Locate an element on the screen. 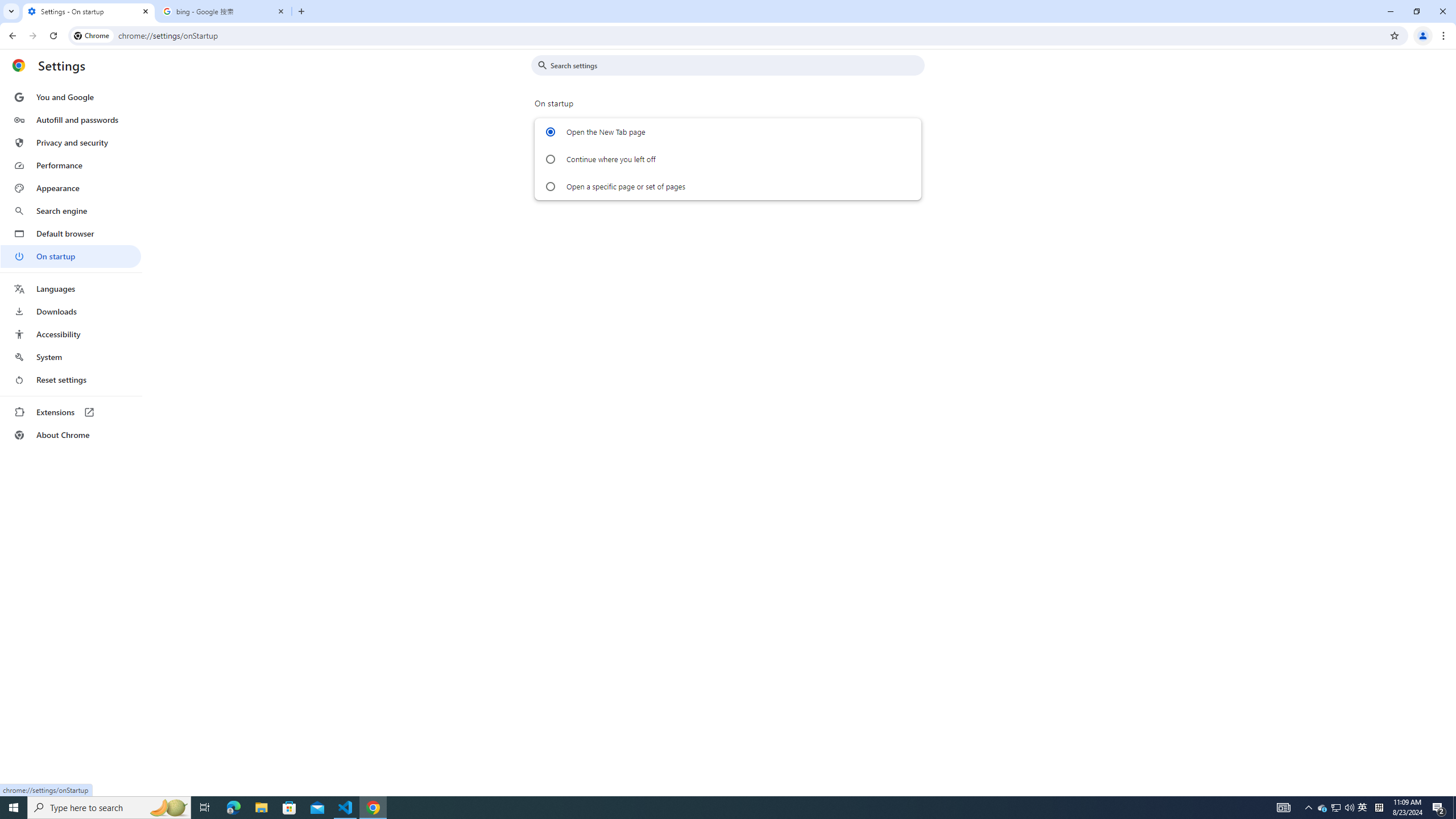 The width and height of the screenshot is (1456, 819). 'Settings - On startup' is located at coordinates (88, 11).